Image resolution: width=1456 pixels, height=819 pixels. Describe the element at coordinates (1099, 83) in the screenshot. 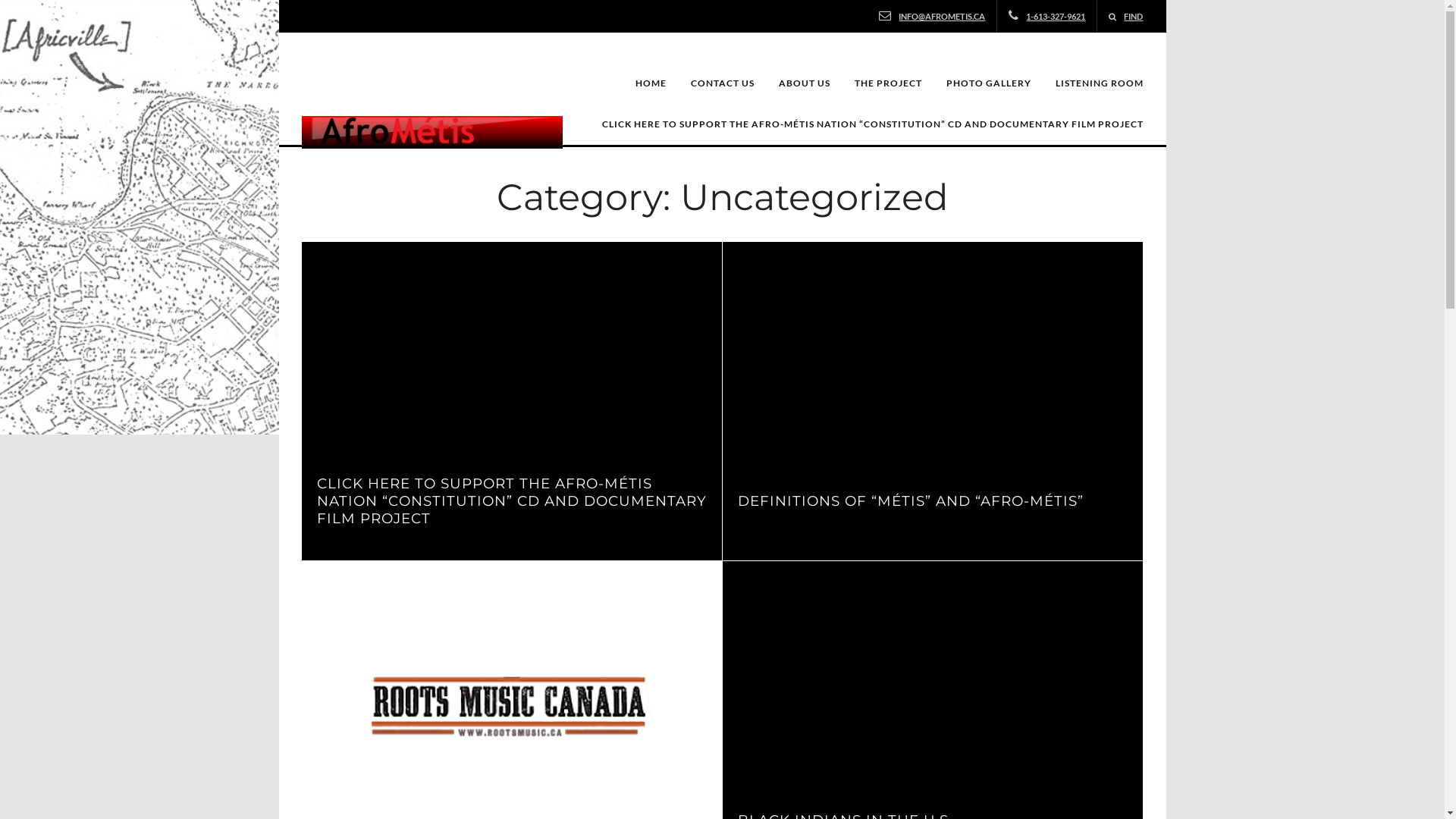

I see `'LISTENING ROOM'` at that location.